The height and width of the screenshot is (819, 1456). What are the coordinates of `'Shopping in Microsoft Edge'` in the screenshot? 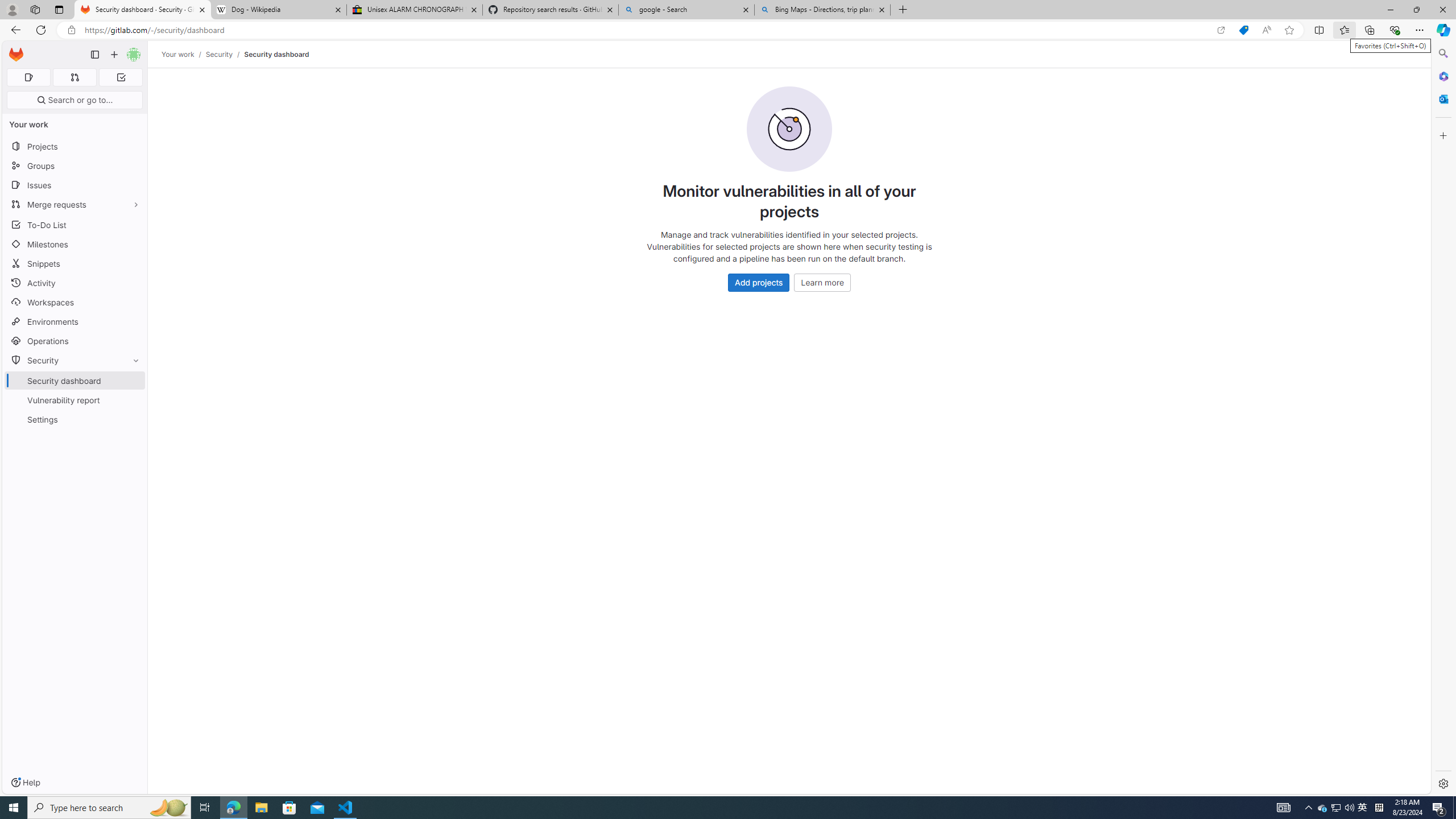 It's located at (1243, 30).